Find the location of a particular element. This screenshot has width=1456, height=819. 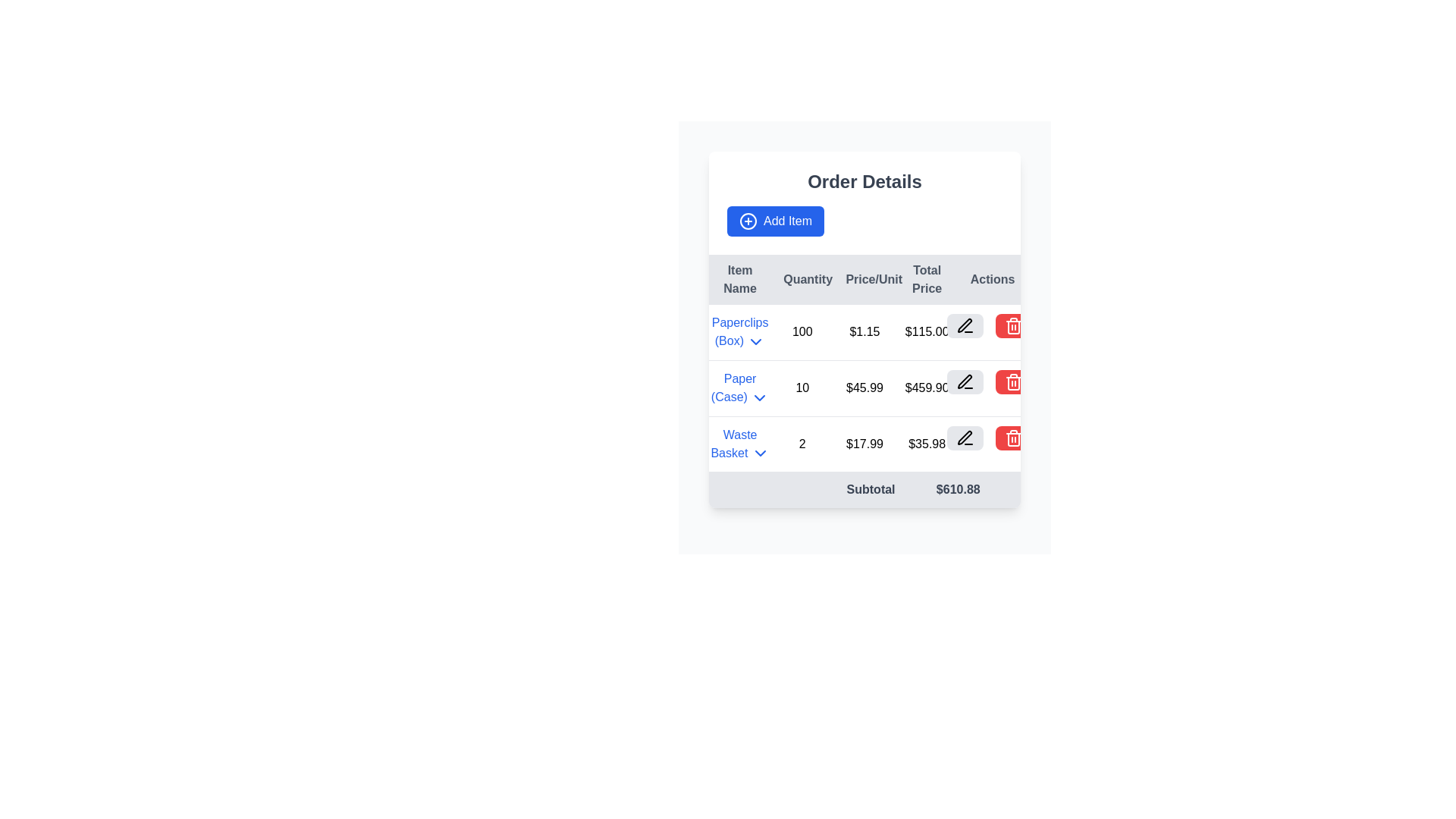

the circular icon with a blue outline and white plus sign located next to the 'Add Item' button label is located at coordinates (748, 221).